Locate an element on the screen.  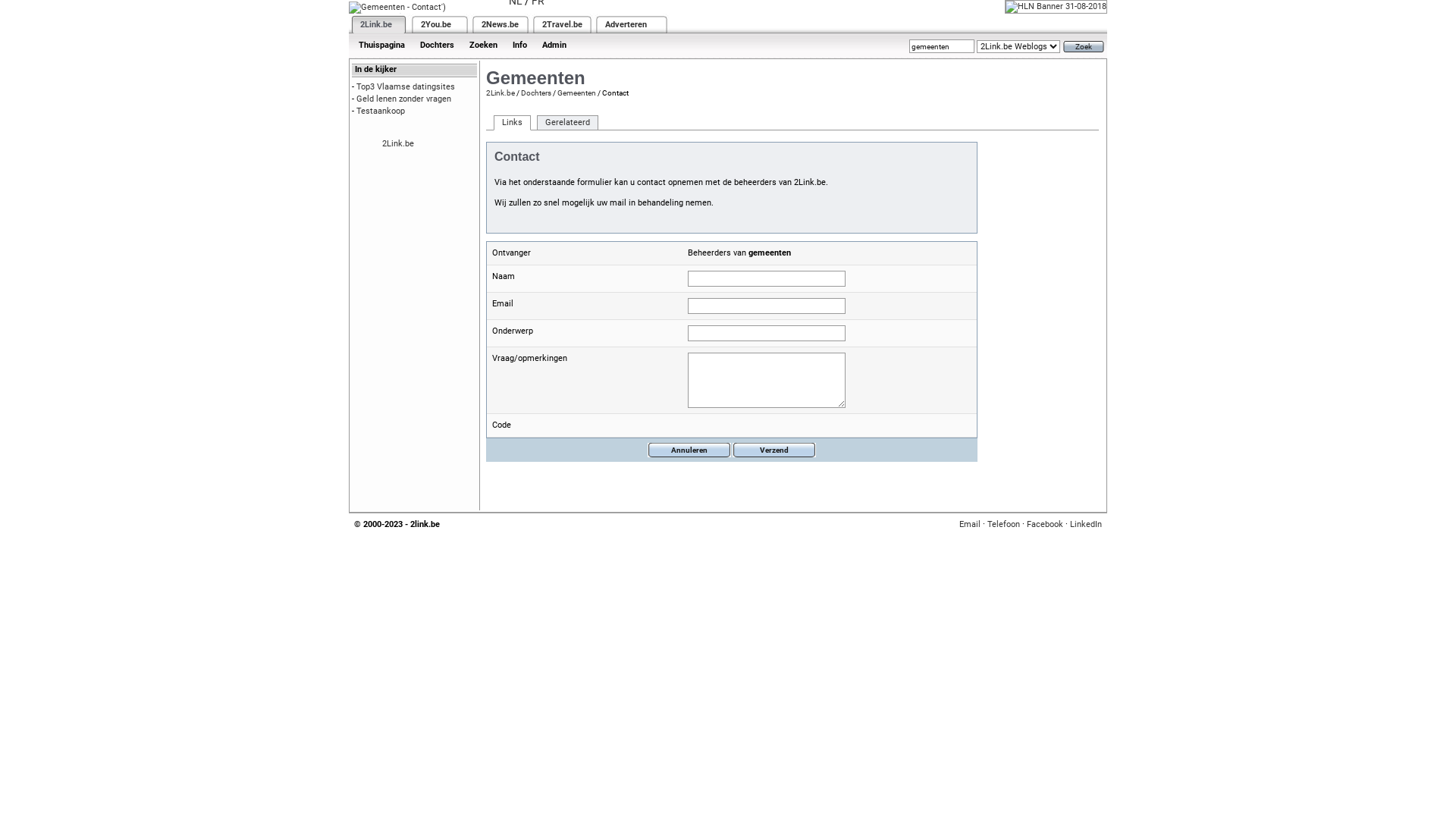
'Testaankoop' is located at coordinates (381, 110).